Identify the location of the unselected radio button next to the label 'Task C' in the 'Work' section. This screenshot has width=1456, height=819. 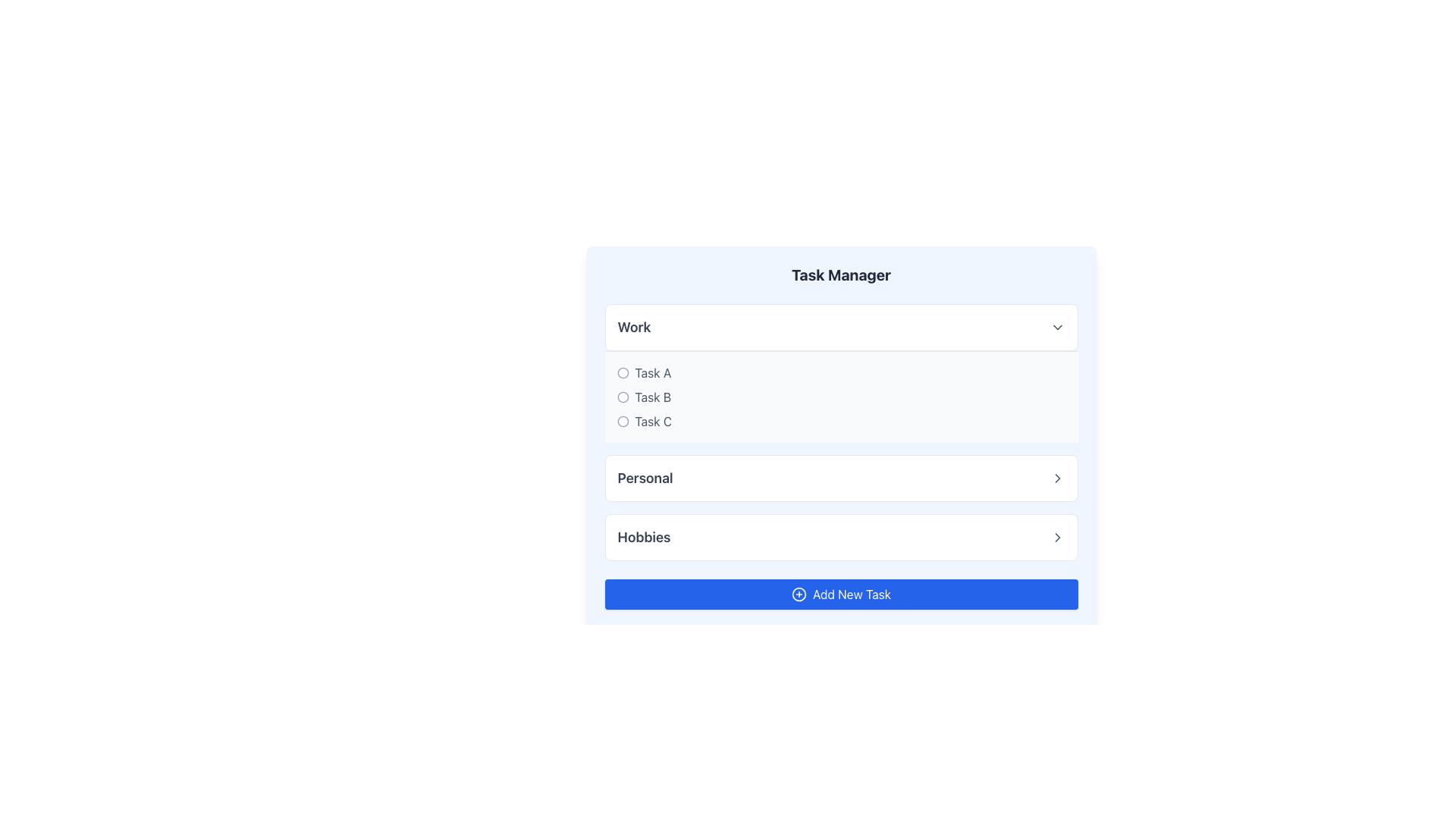
(623, 421).